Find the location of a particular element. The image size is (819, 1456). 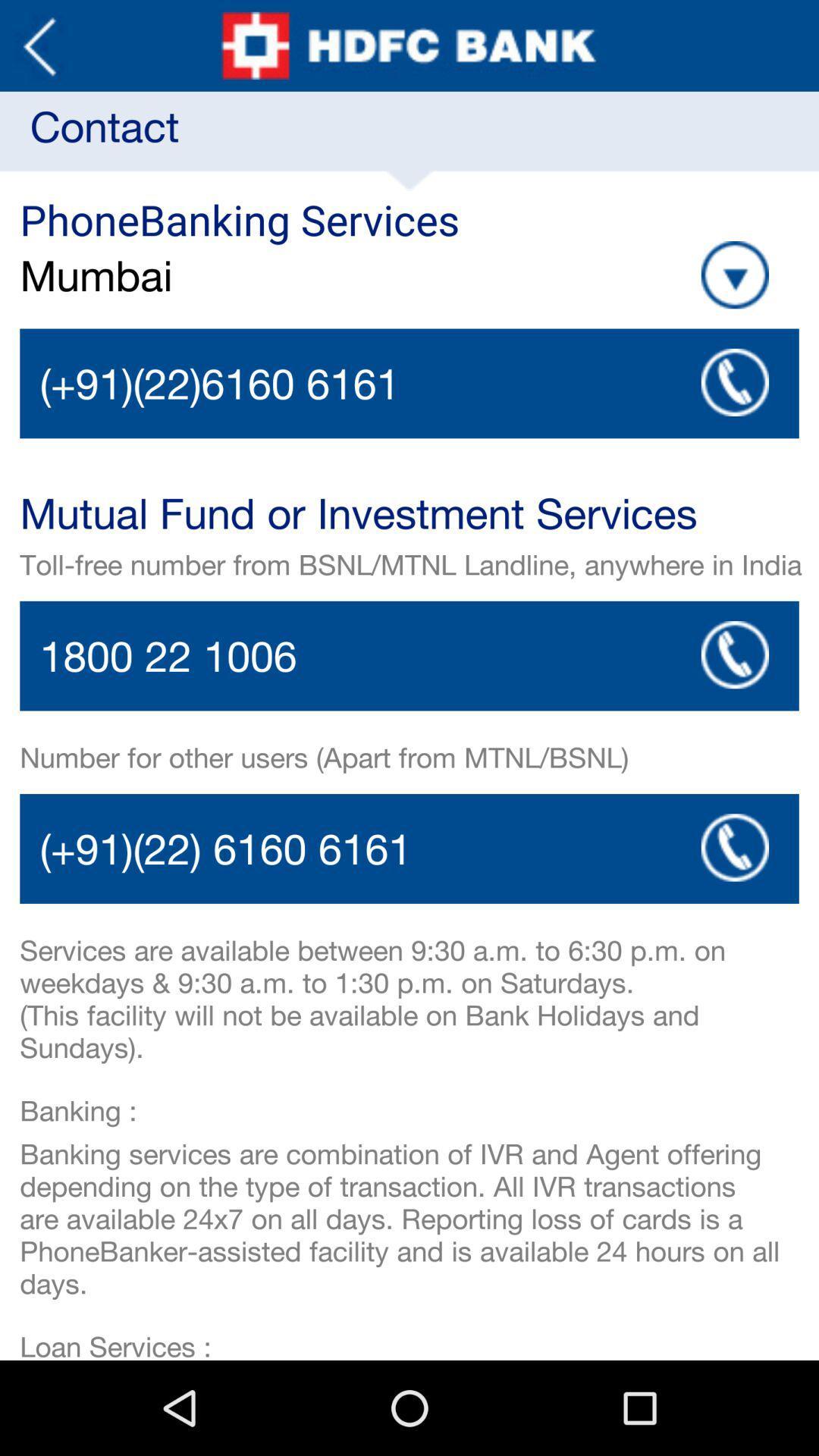

call the listed number is located at coordinates (734, 846).